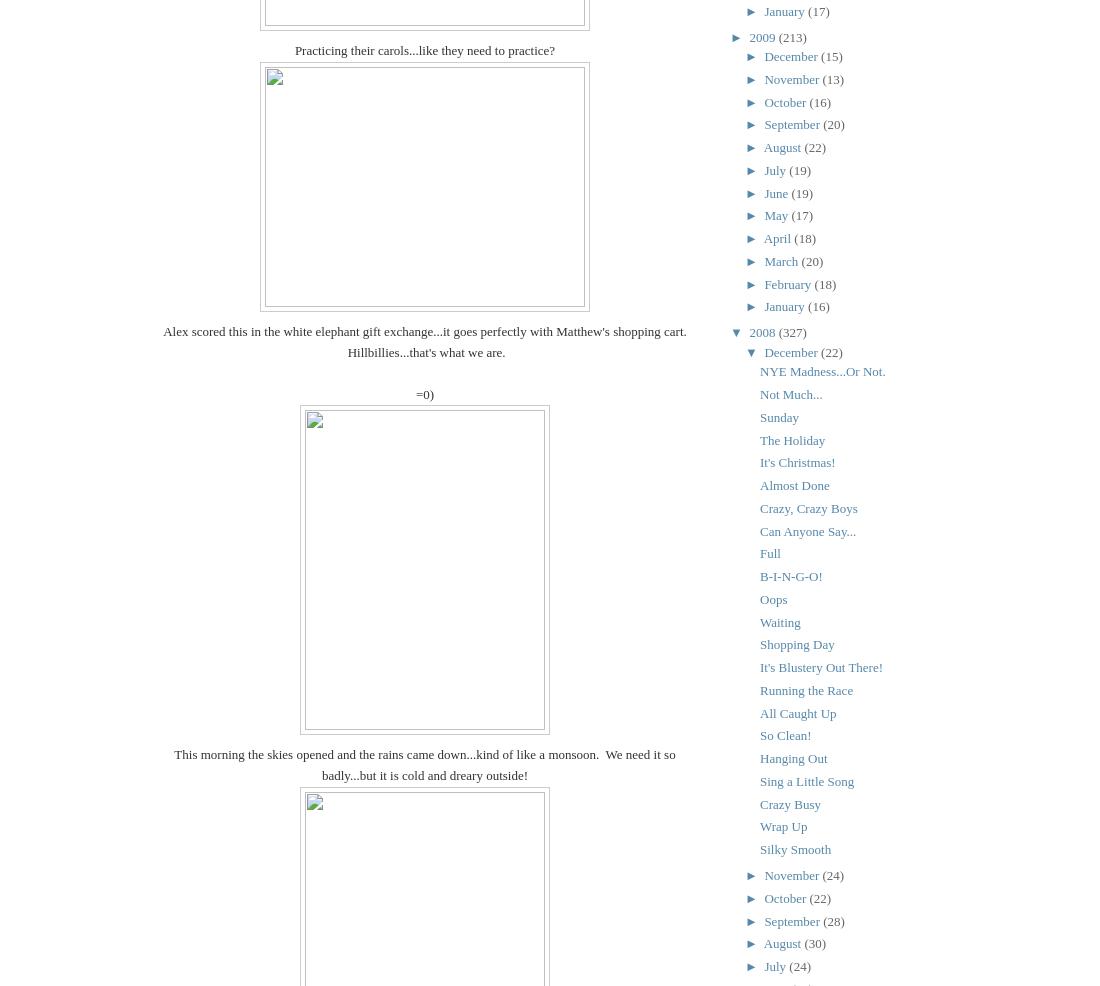  What do you see at coordinates (797, 462) in the screenshot?
I see `'It's Christmas!'` at bounding box center [797, 462].